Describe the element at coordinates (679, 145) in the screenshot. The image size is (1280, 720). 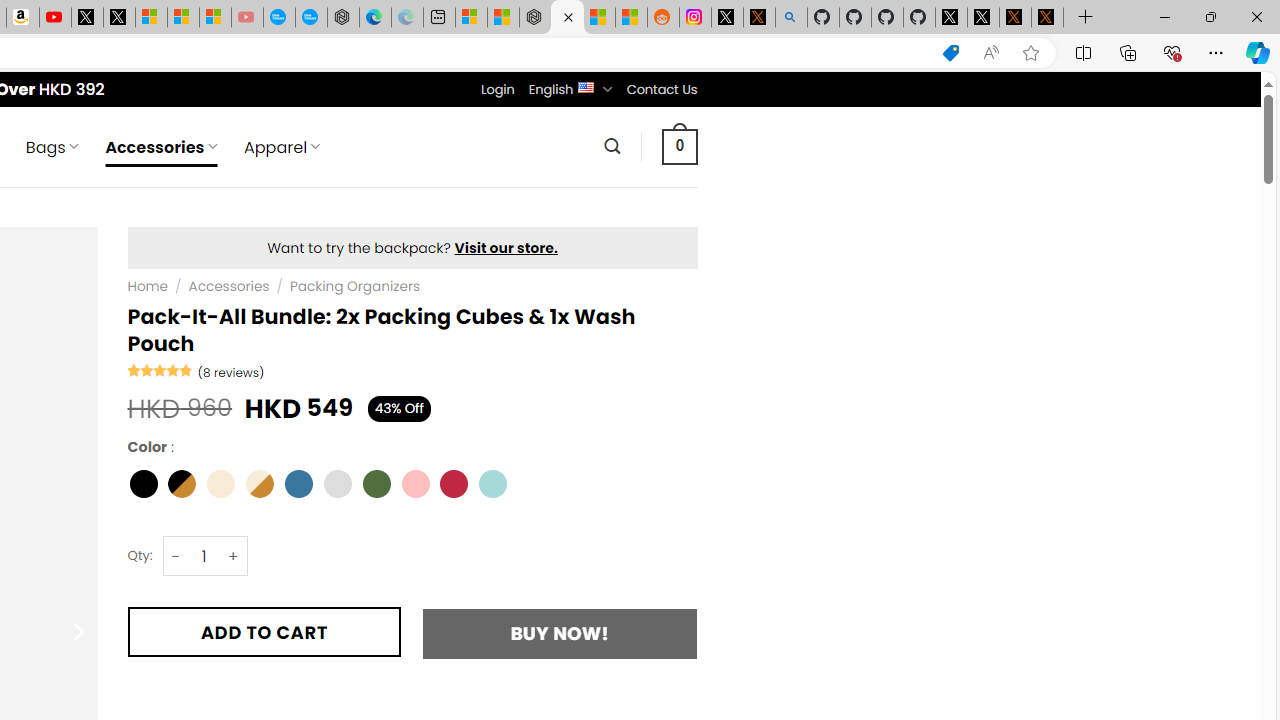
I see `'  0  '` at that location.